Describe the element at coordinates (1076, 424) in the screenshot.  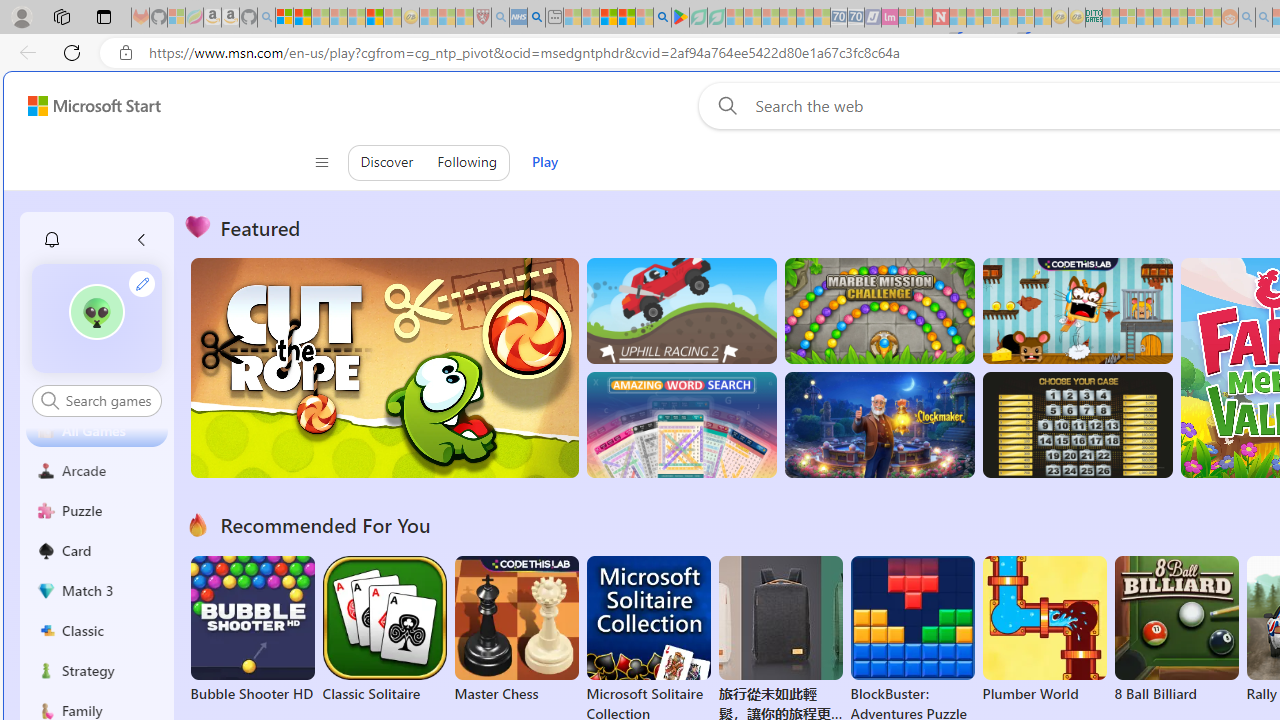
I see `'Deal or No Deal'` at that location.